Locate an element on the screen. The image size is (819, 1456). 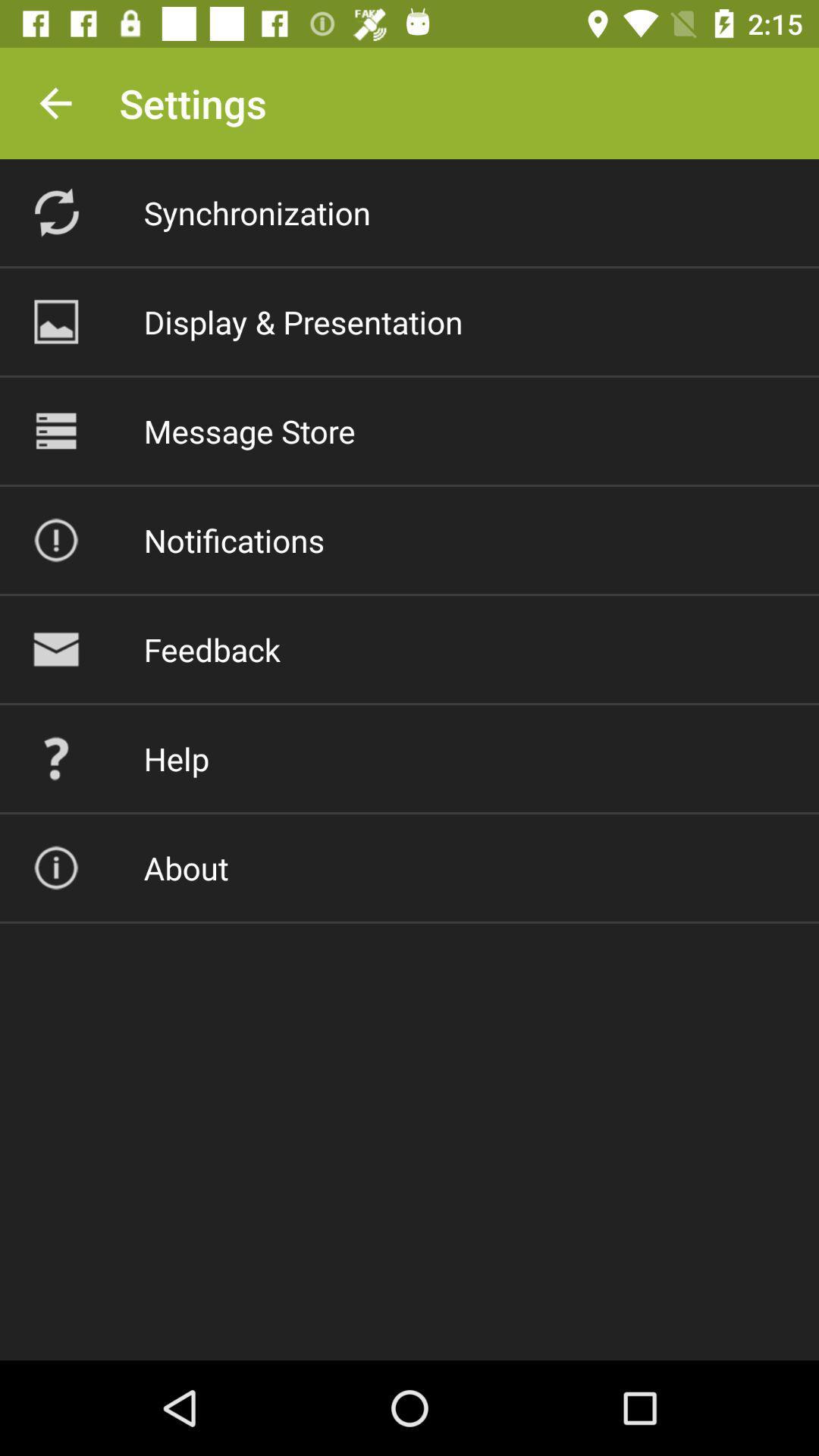
the app to the left of settings is located at coordinates (55, 102).